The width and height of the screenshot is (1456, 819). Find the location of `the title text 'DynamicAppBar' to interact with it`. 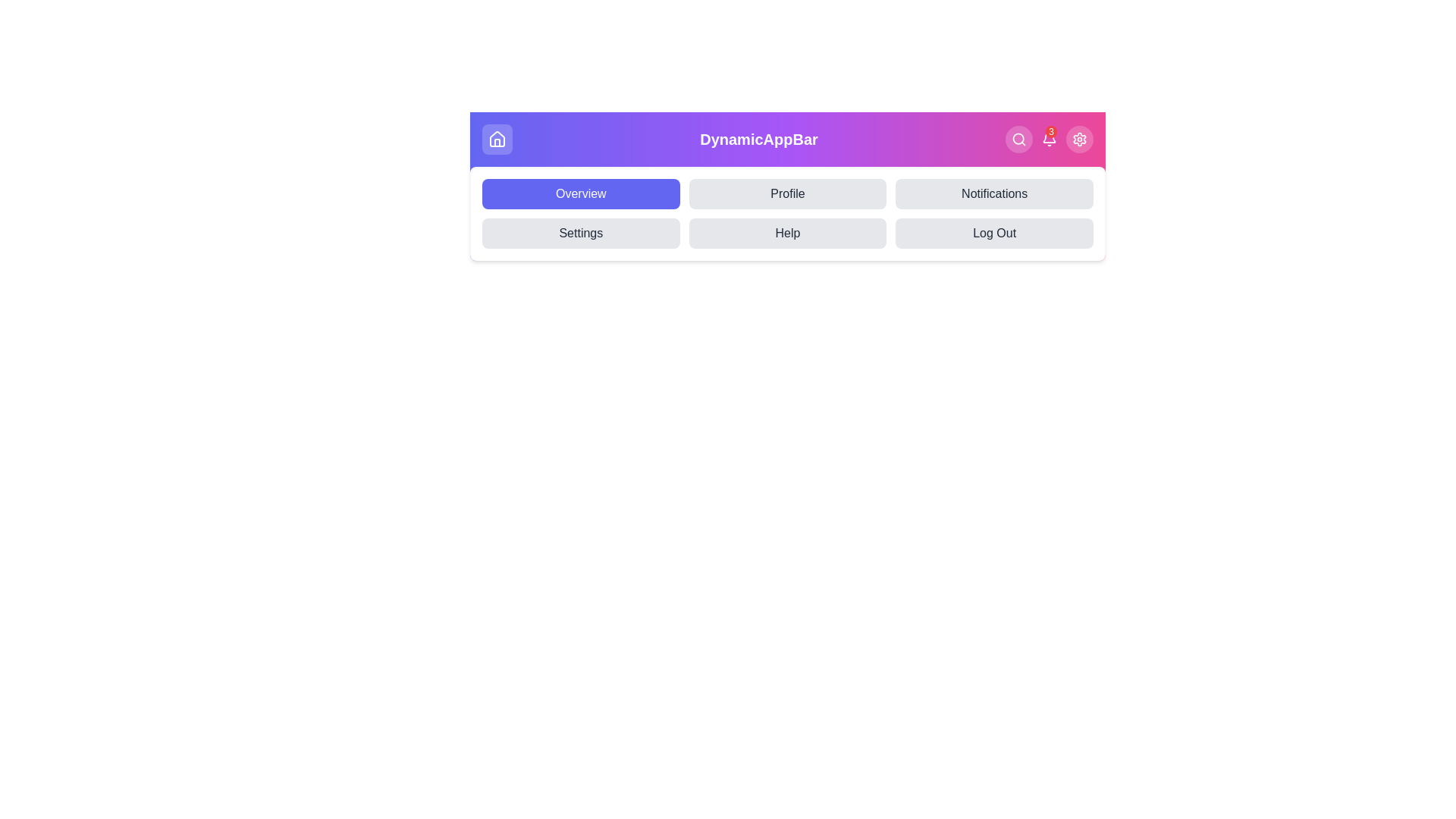

the title text 'DynamicAppBar' to interact with it is located at coordinates (758, 140).